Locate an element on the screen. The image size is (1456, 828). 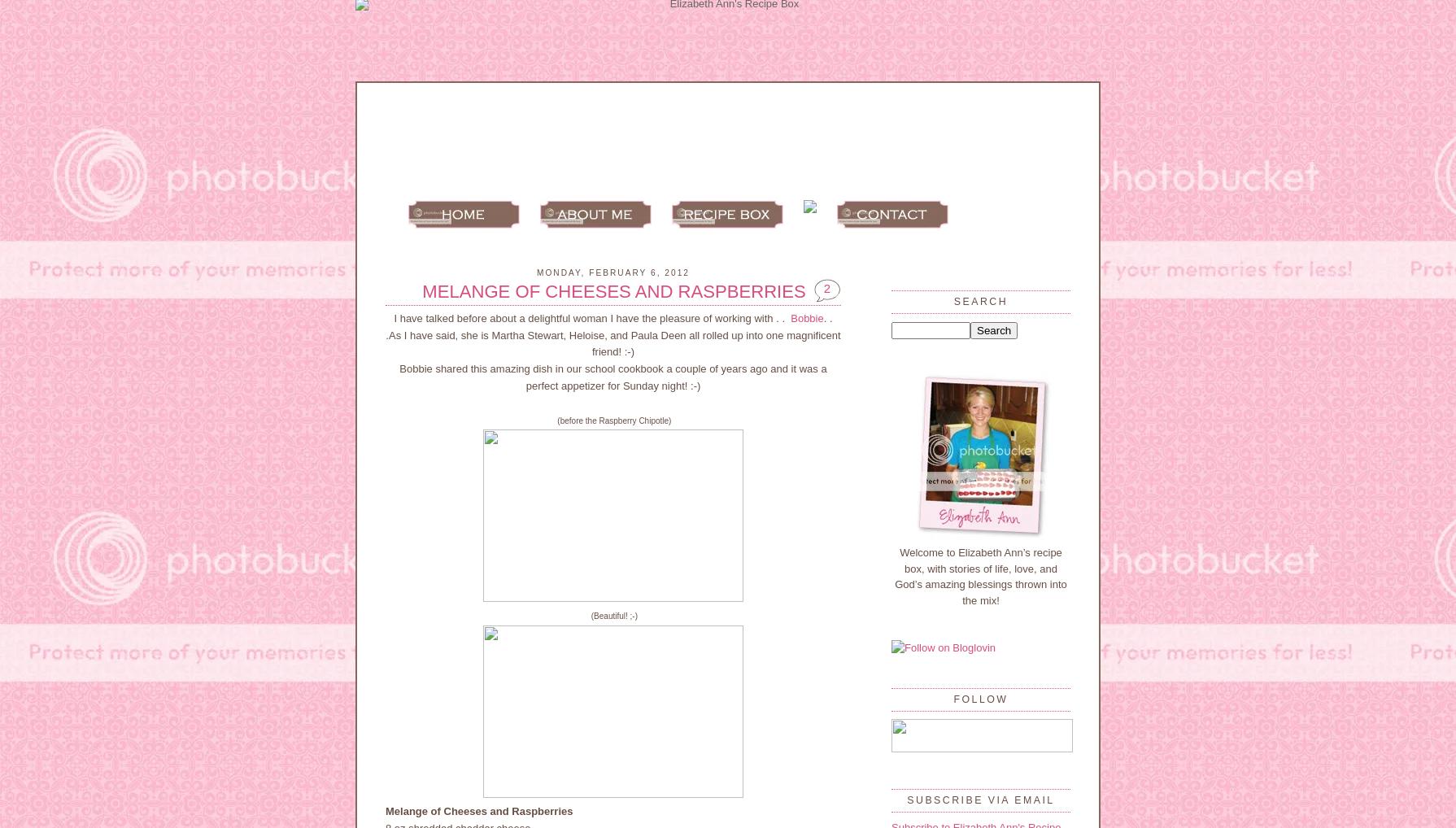
'Monday, February 6, 2012' is located at coordinates (612, 272).